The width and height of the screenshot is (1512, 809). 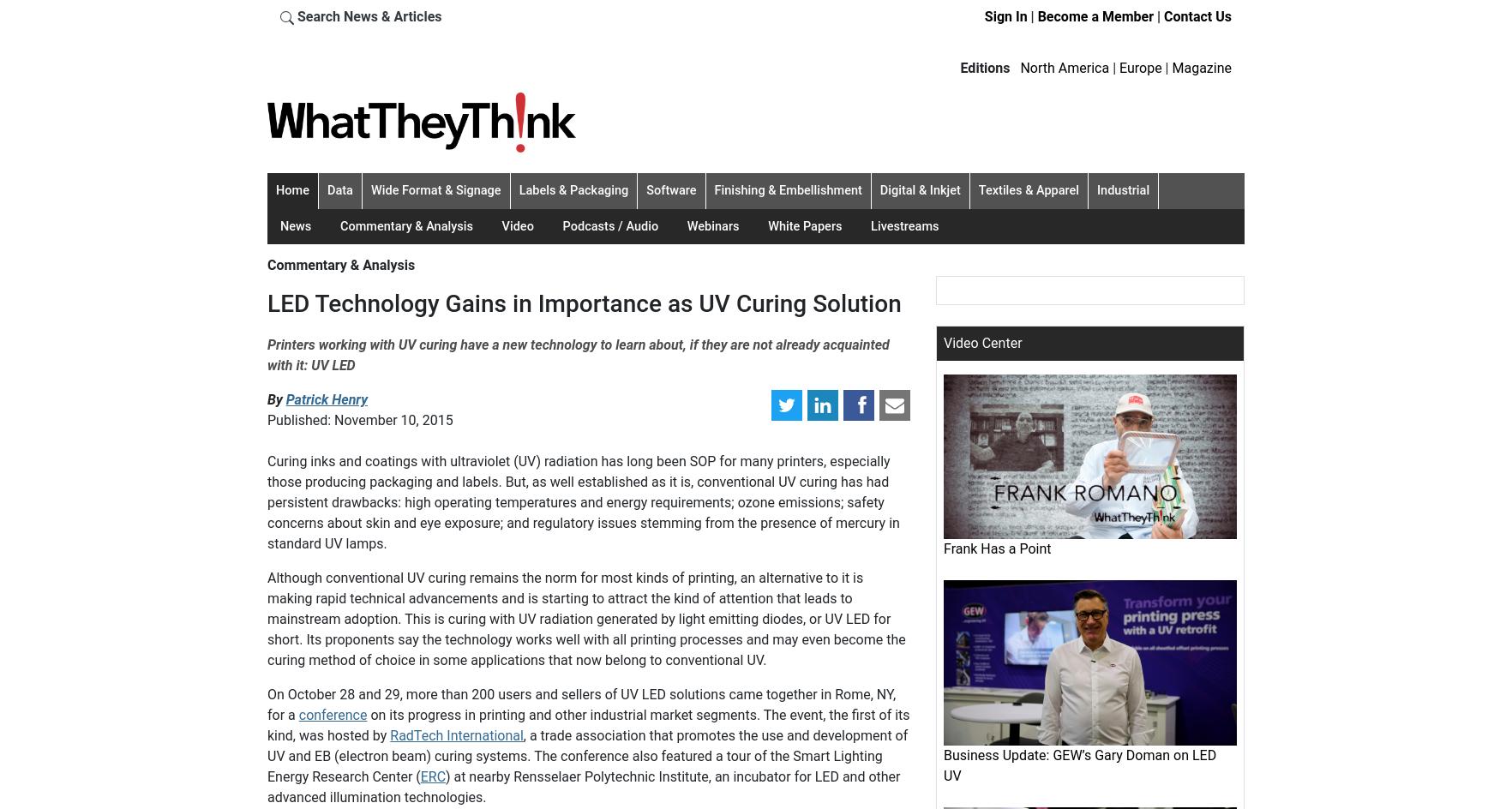 What do you see at coordinates (296, 225) in the screenshot?
I see `'News'` at bounding box center [296, 225].